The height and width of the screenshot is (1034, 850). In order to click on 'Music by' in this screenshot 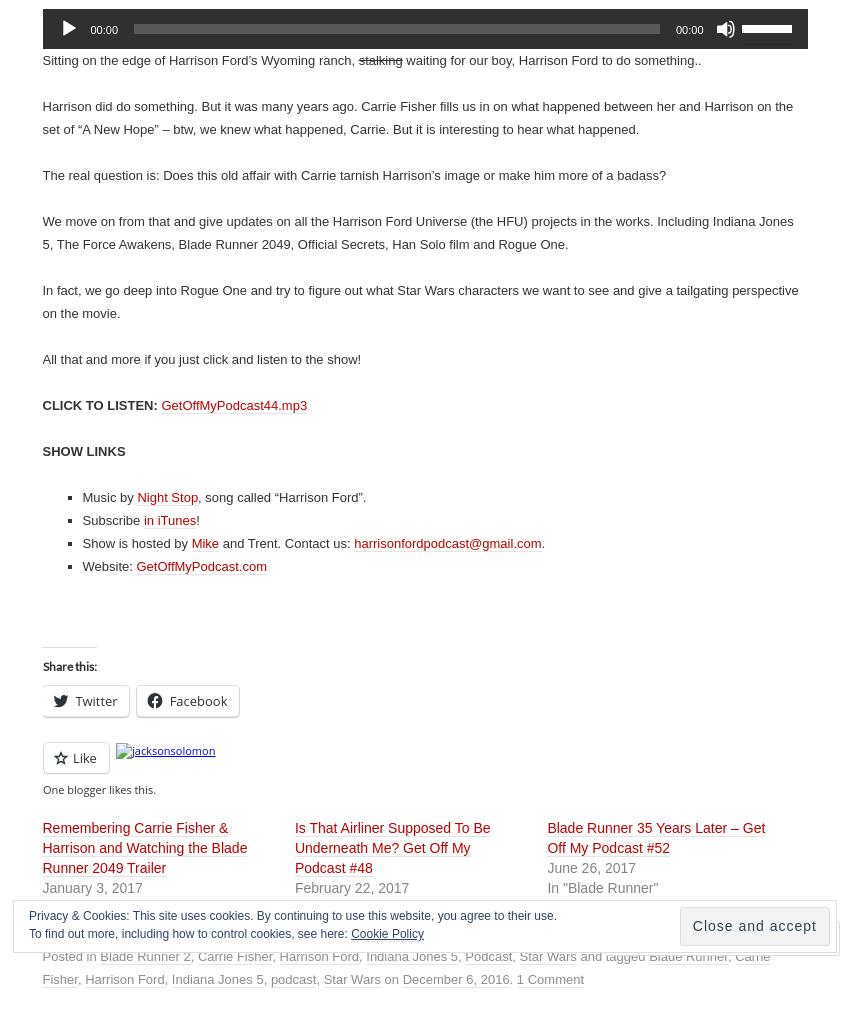, I will do `click(108, 496)`.